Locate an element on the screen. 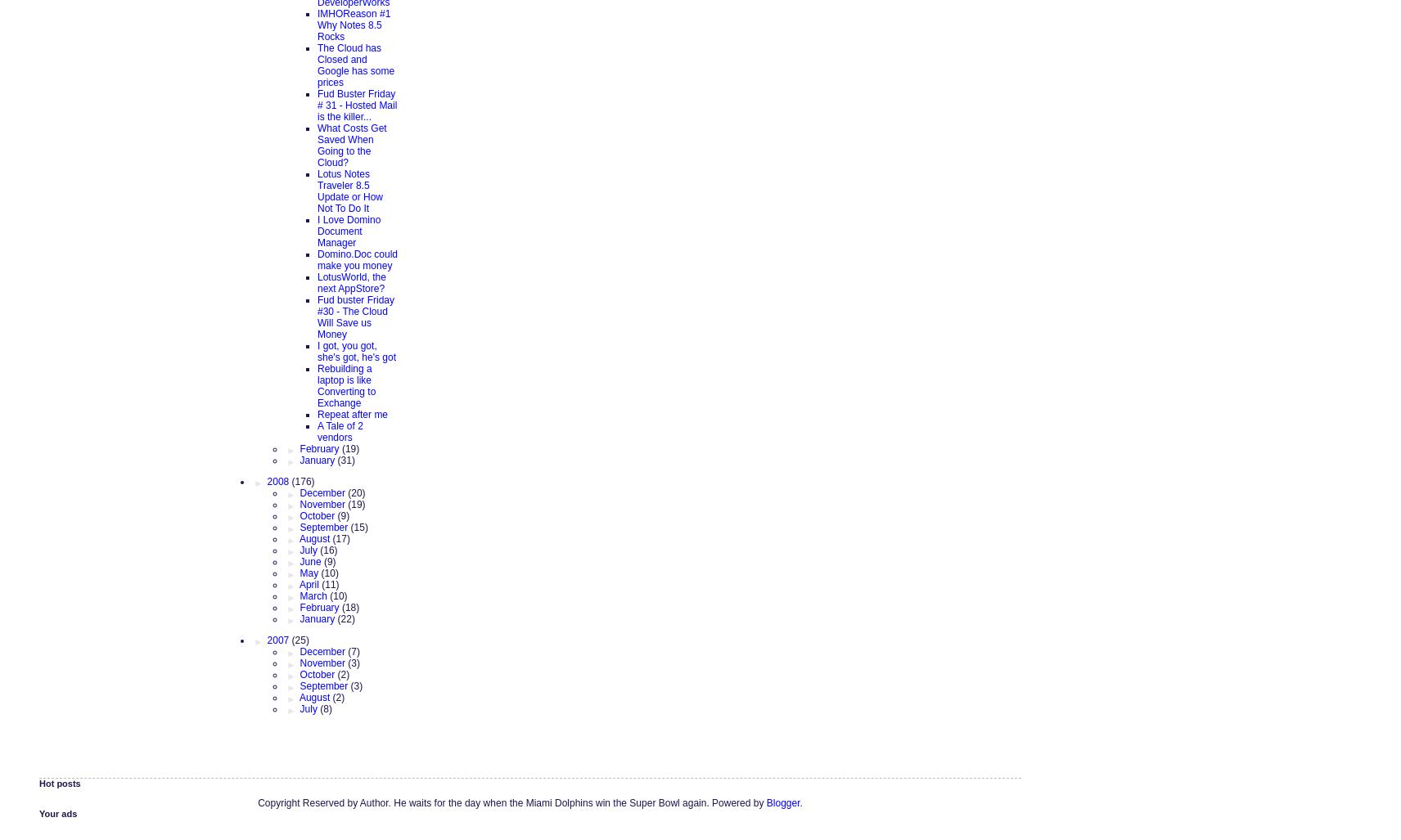 The width and height of the screenshot is (1401, 840). 'What Costs Get Saved When Going to the Cloud?' is located at coordinates (351, 143).